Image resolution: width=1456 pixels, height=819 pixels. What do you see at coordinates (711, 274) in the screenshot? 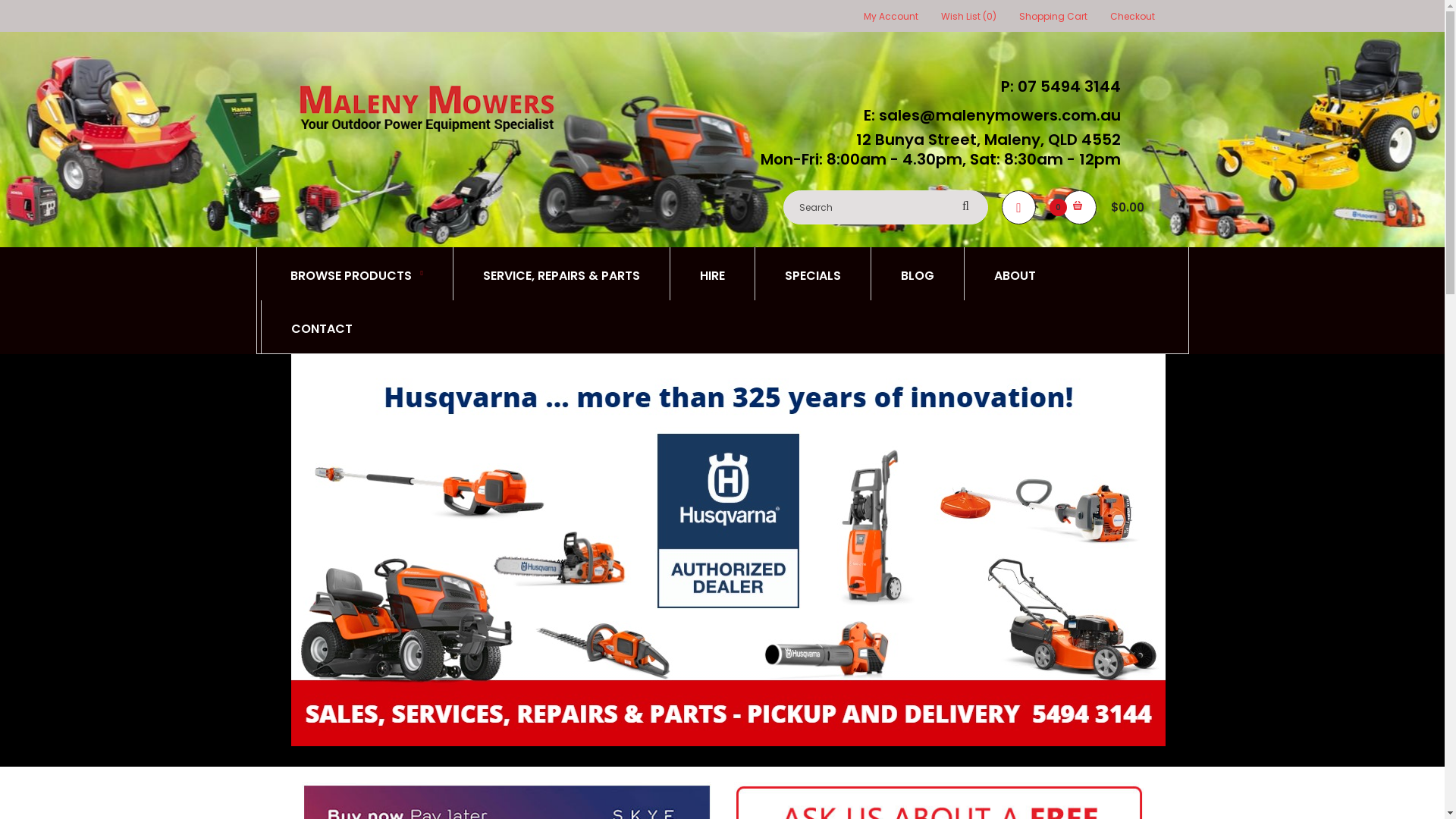
I see `'HIRE'` at bounding box center [711, 274].